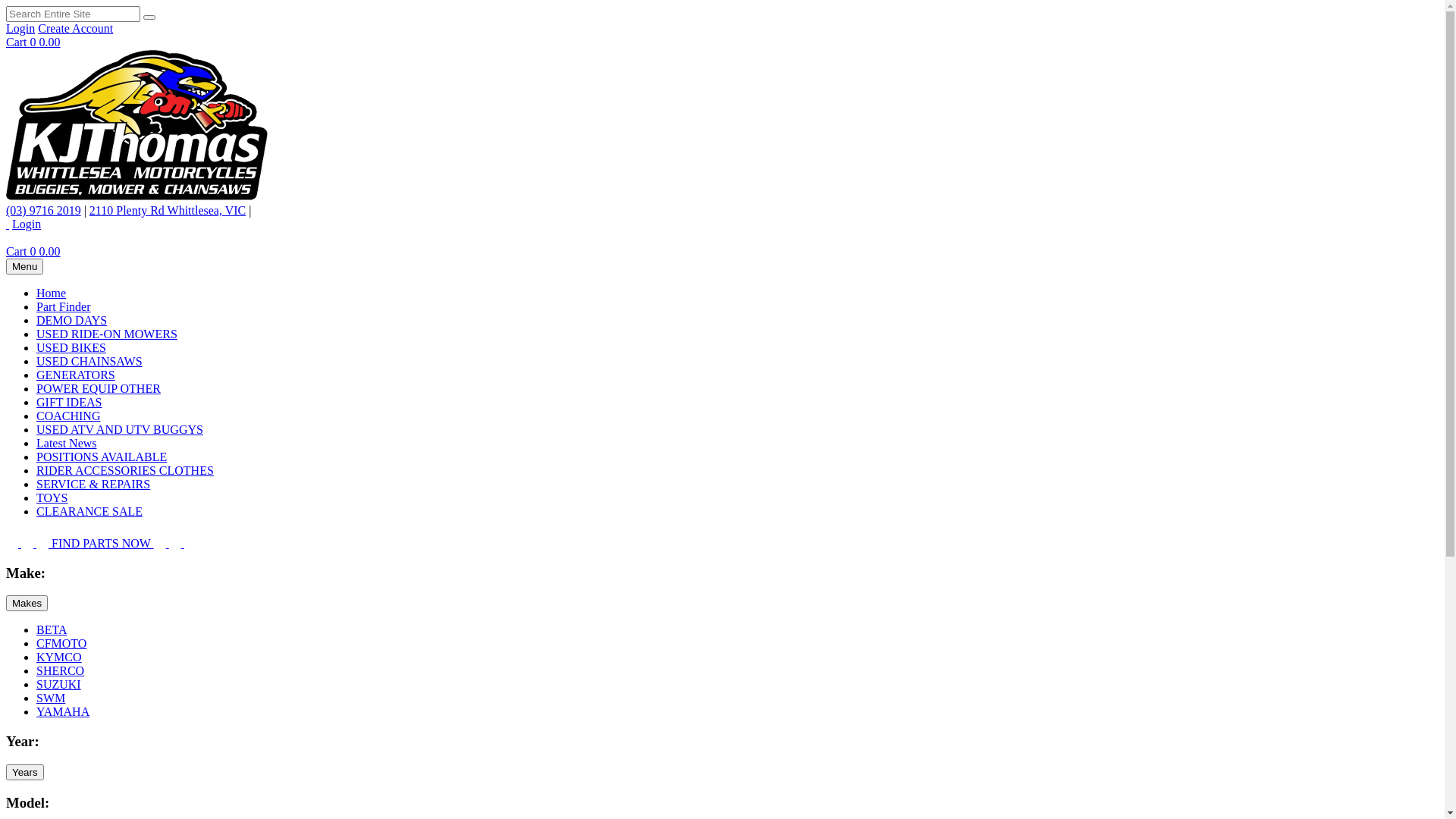  Describe the element at coordinates (93, 484) in the screenshot. I see `'SERVICE & REPAIRS'` at that location.